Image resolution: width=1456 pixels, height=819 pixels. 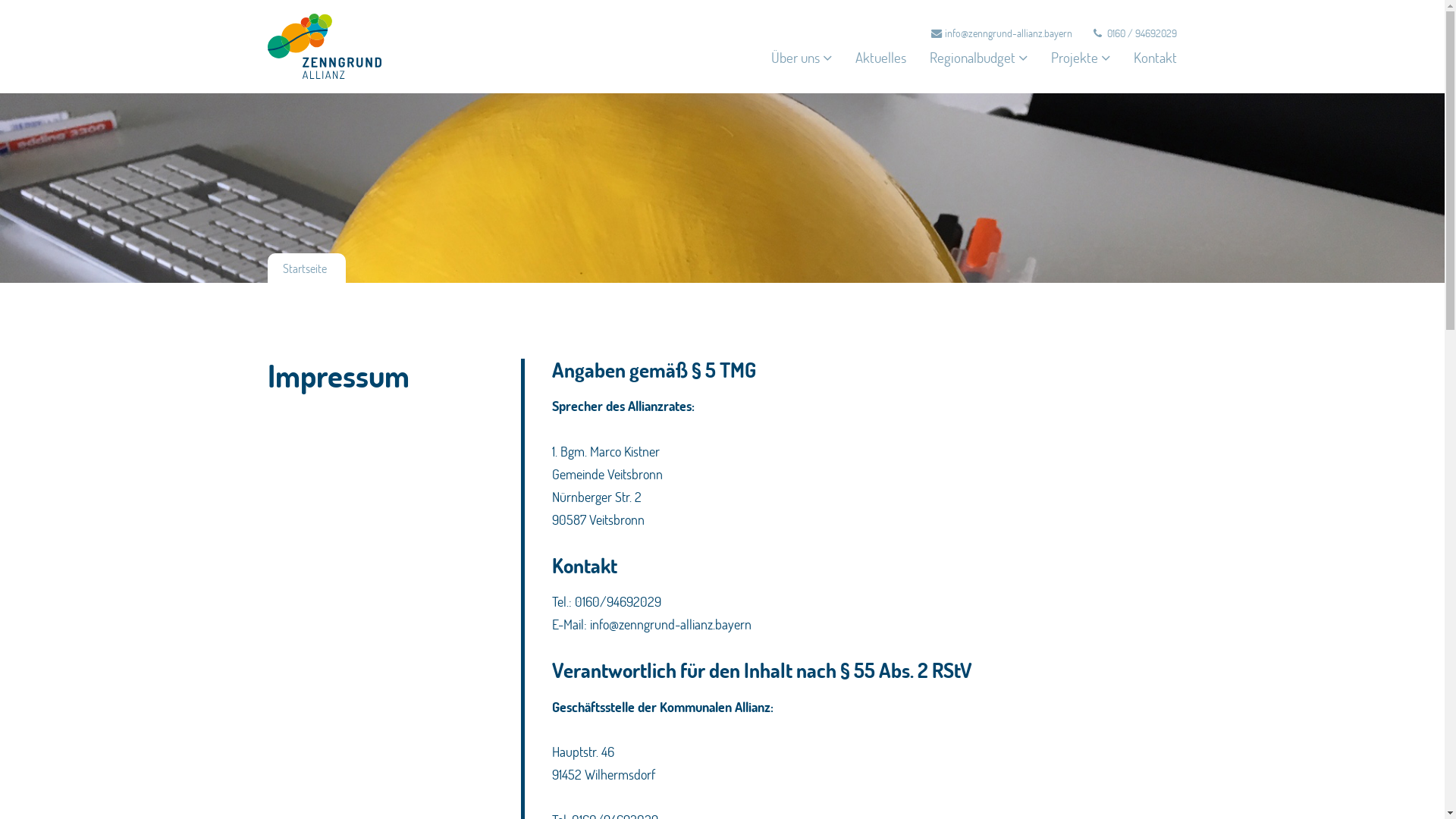 I want to click on 'info@zenngrund-allianz.bayern', so click(x=1001, y=33).